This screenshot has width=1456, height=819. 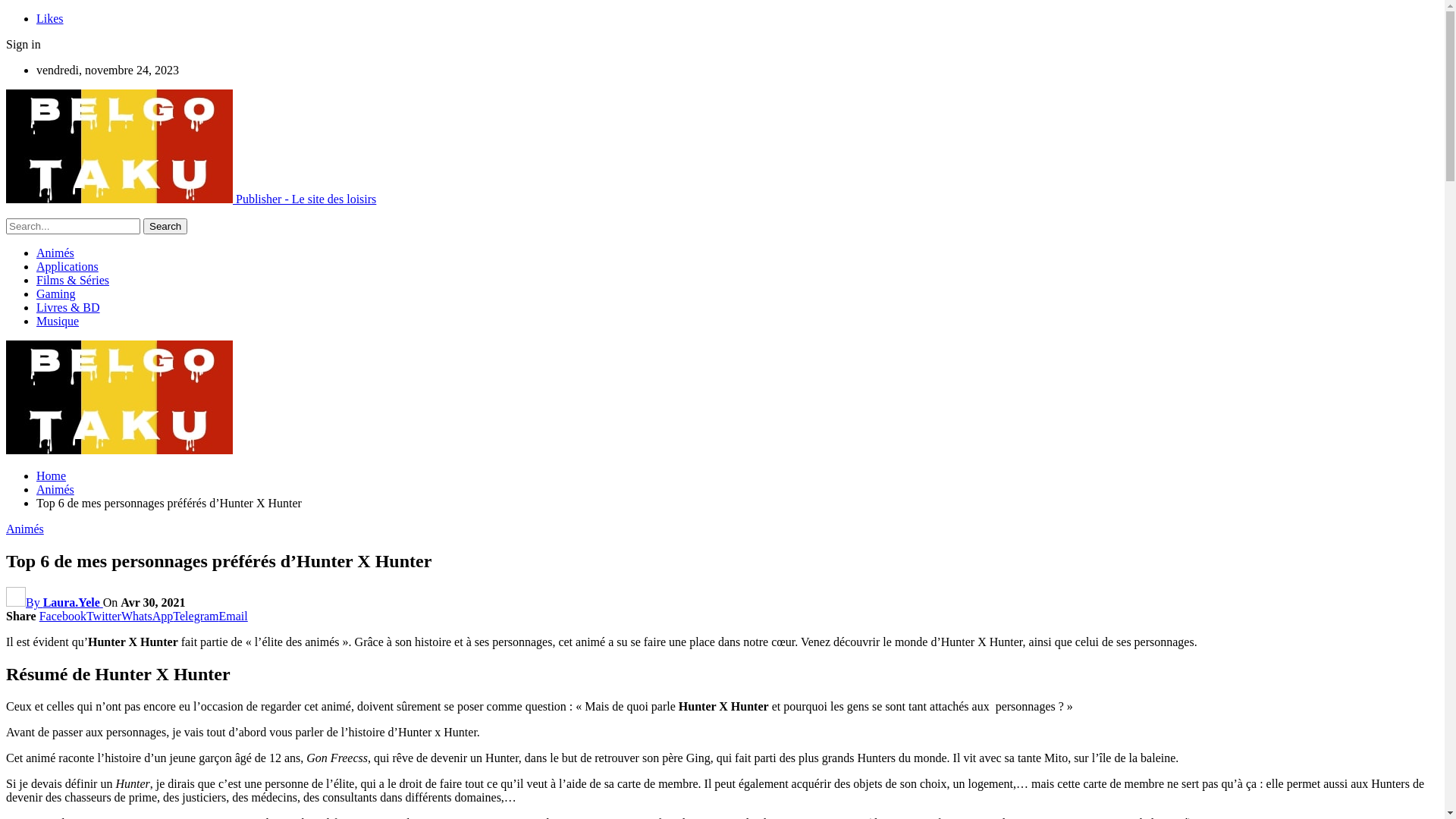 What do you see at coordinates (61, 616) in the screenshot?
I see `'Facebook'` at bounding box center [61, 616].